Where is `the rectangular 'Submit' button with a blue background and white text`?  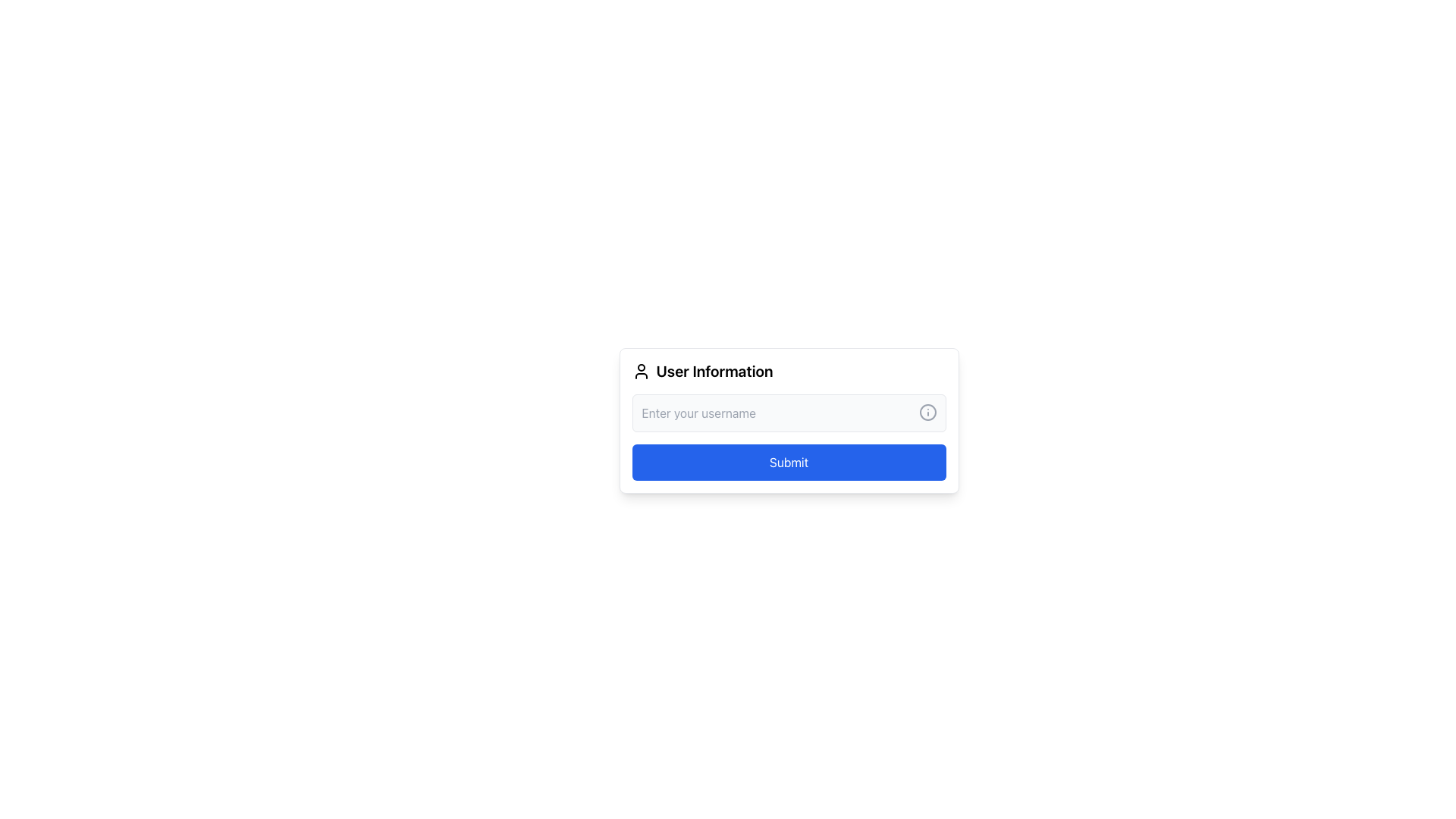 the rectangular 'Submit' button with a blue background and white text is located at coordinates (789, 461).